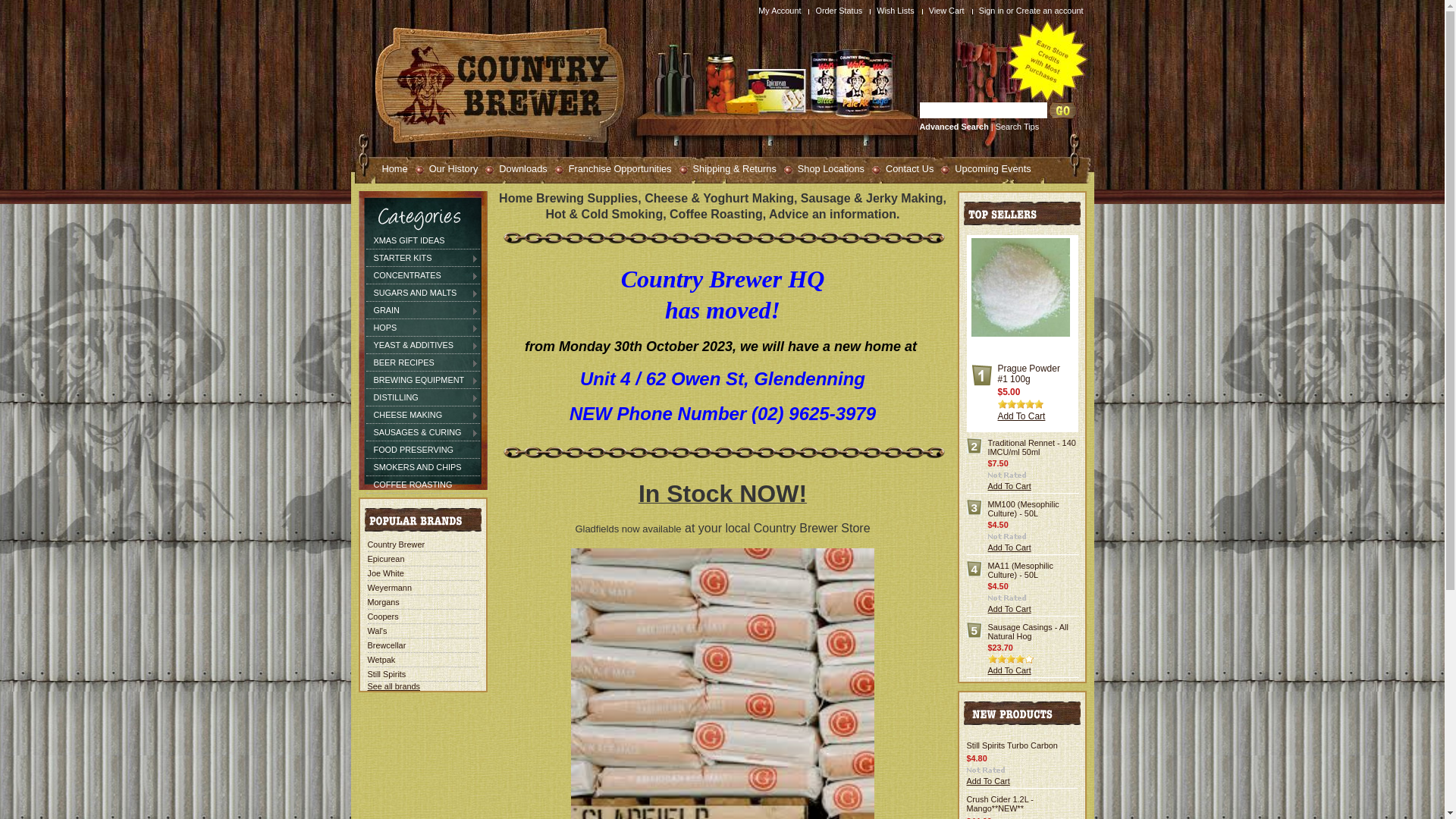 This screenshot has height=819, width=1456. I want to click on 'MM100 (Mesophilic Culture) - 50L', so click(1022, 509).